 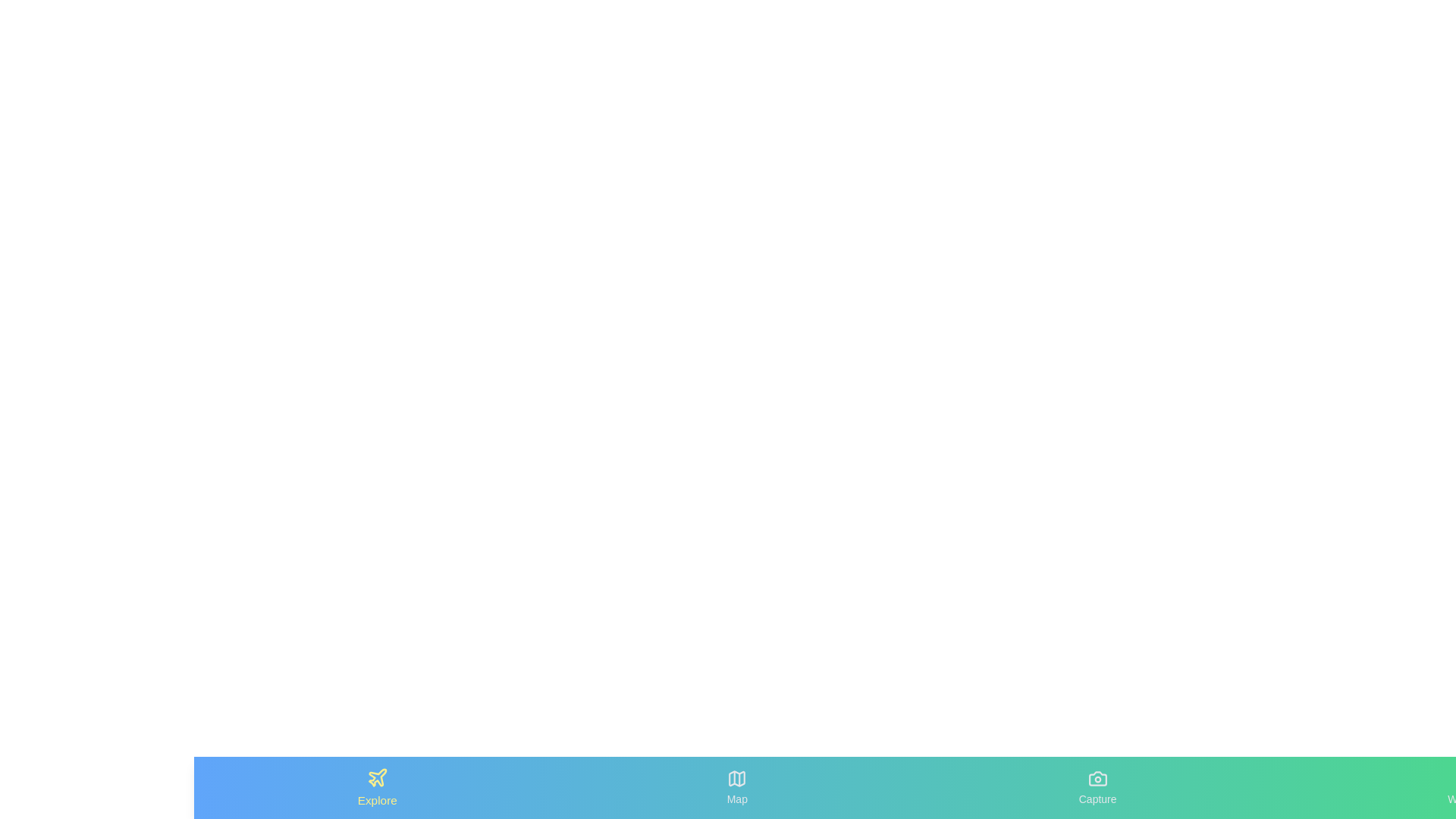 I want to click on the Explore tab by clicking on it, so click(x=378, y=786).